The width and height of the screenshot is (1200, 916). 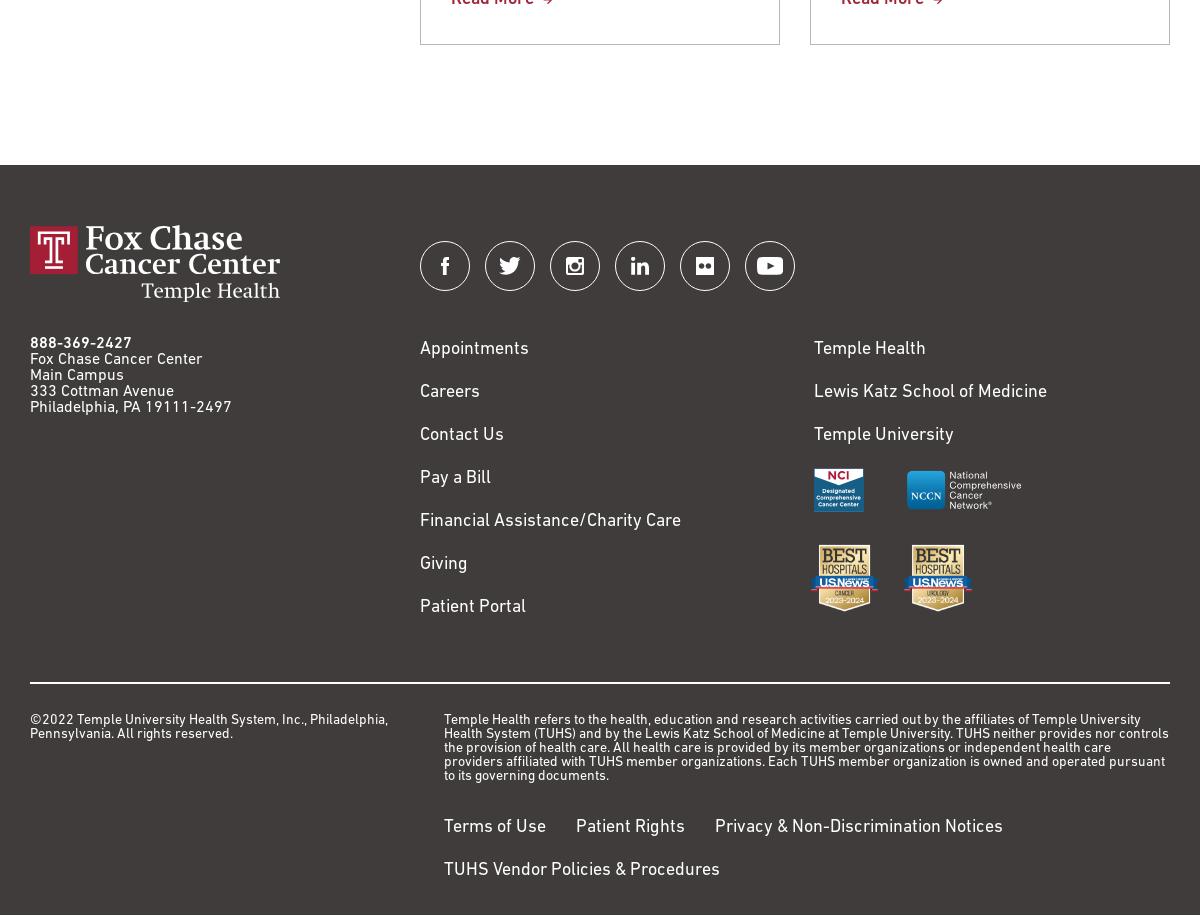 What do you see at coordinates (472, 607) in the screenshot?
I see `'Patient Portal'` at bounding box center [472, 607].